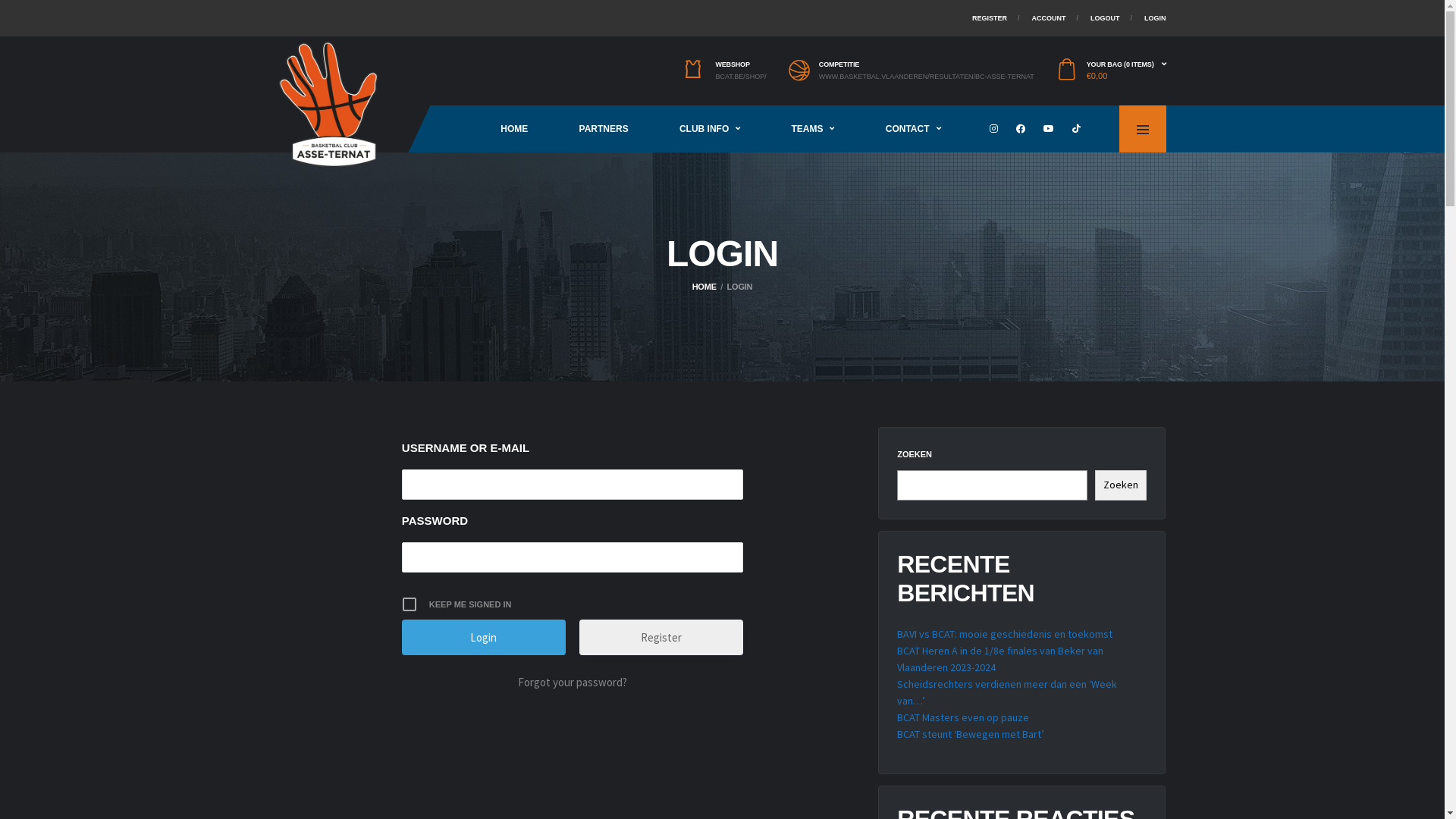 Image resolution: width=1456 pixels, height=819 pixels. Describe the element at coordinates (691, 287) in the screenshot. I see `'HOME'` at that location.